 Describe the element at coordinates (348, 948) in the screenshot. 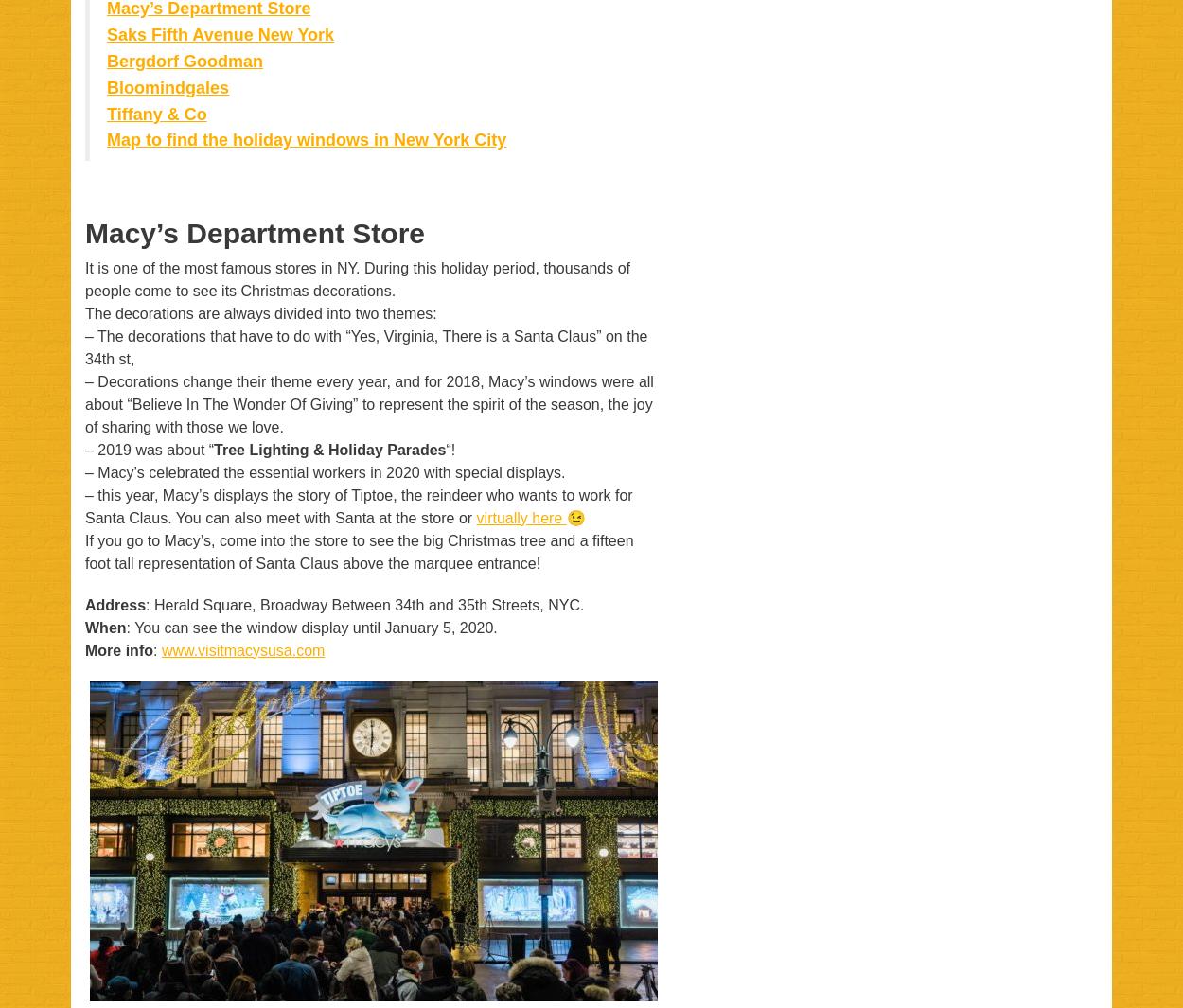

I see `'Facebook'` at that location.